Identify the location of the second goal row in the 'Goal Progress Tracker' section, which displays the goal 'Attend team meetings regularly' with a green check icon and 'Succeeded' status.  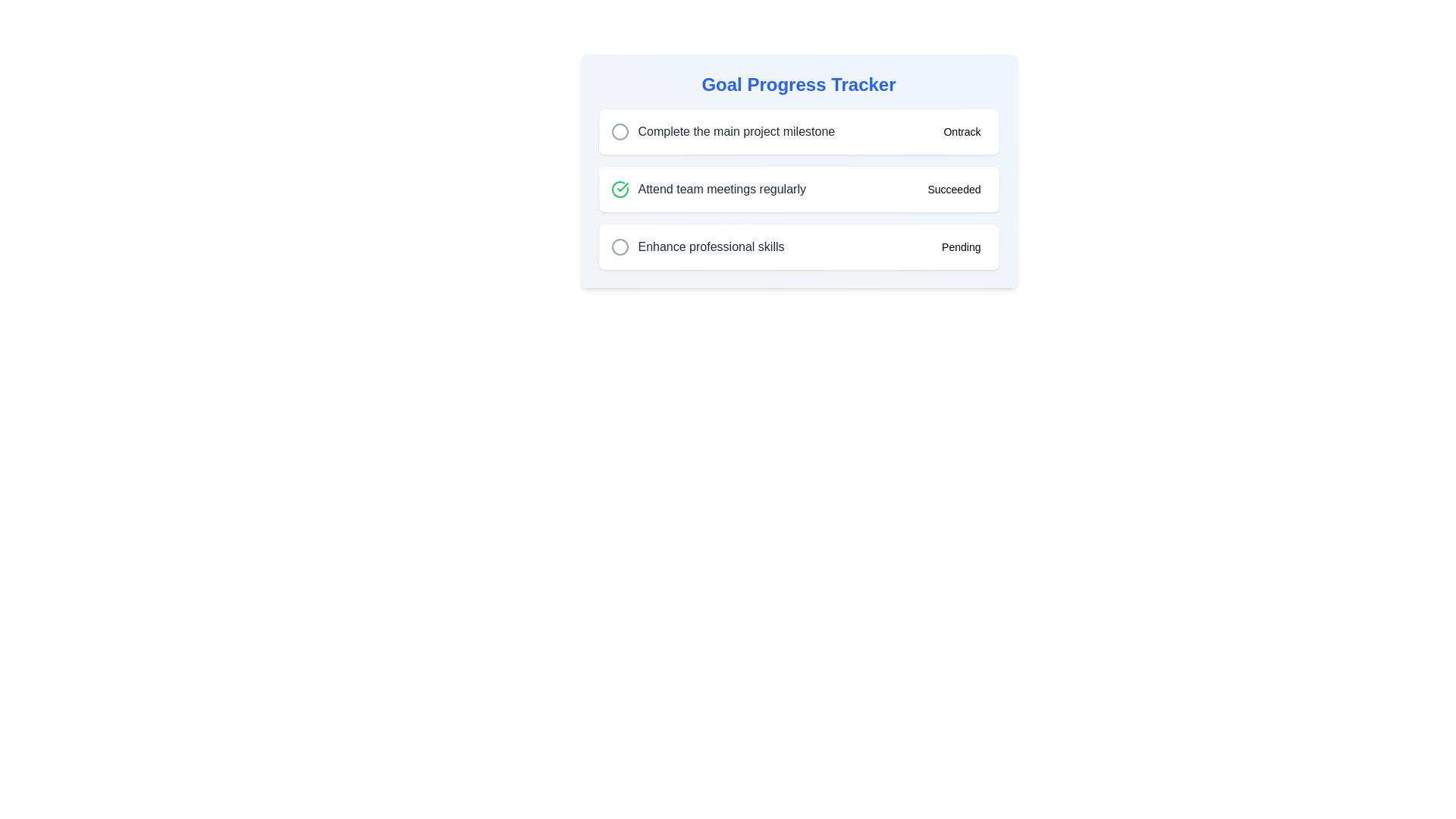
(798, 178).